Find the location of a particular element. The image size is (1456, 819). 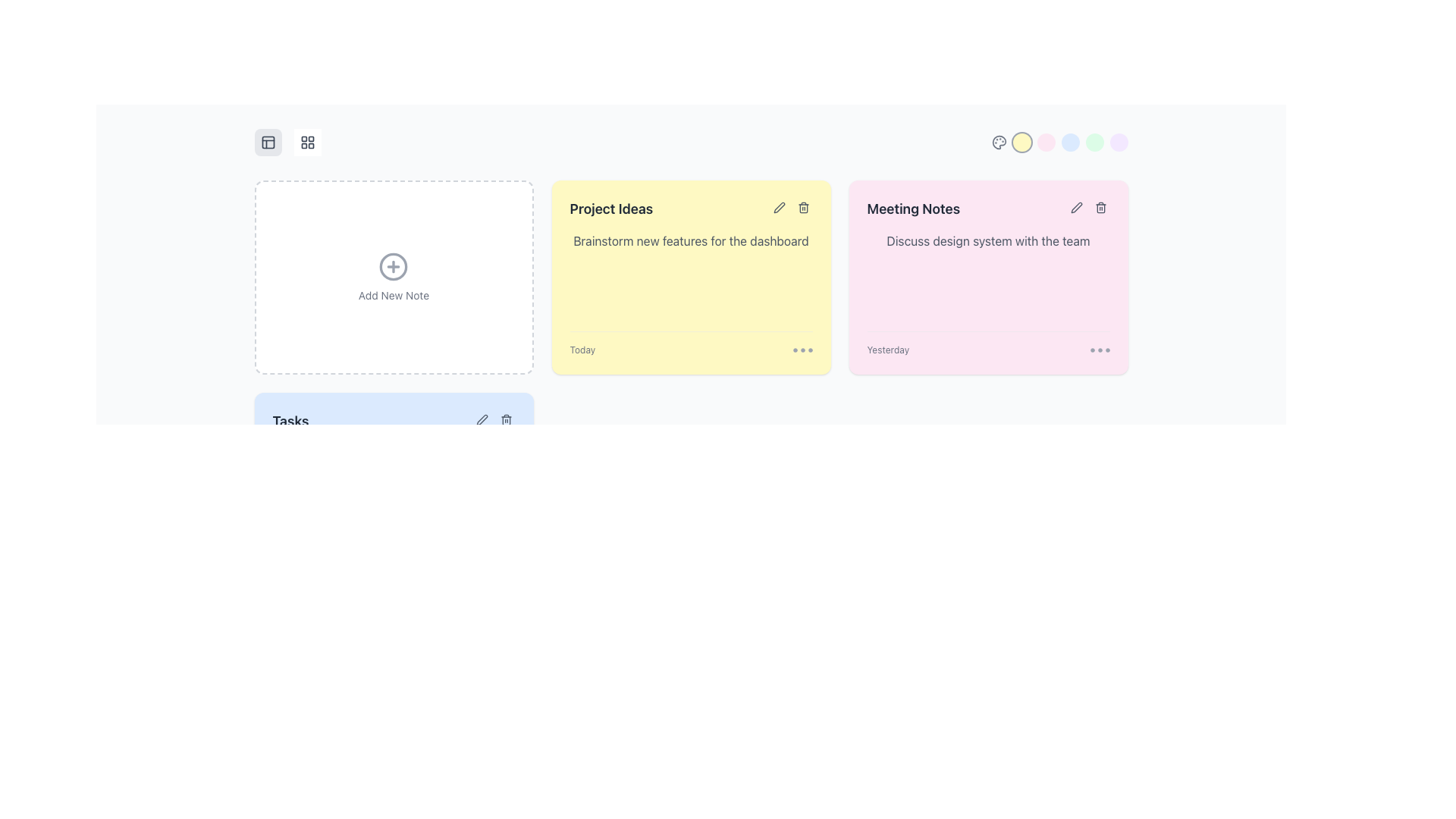

the SVG grid layout icon, which is a minimalist icon with a gray outline and no fill, located towards the top-left area of the interface is located at coordinates (306, 143).